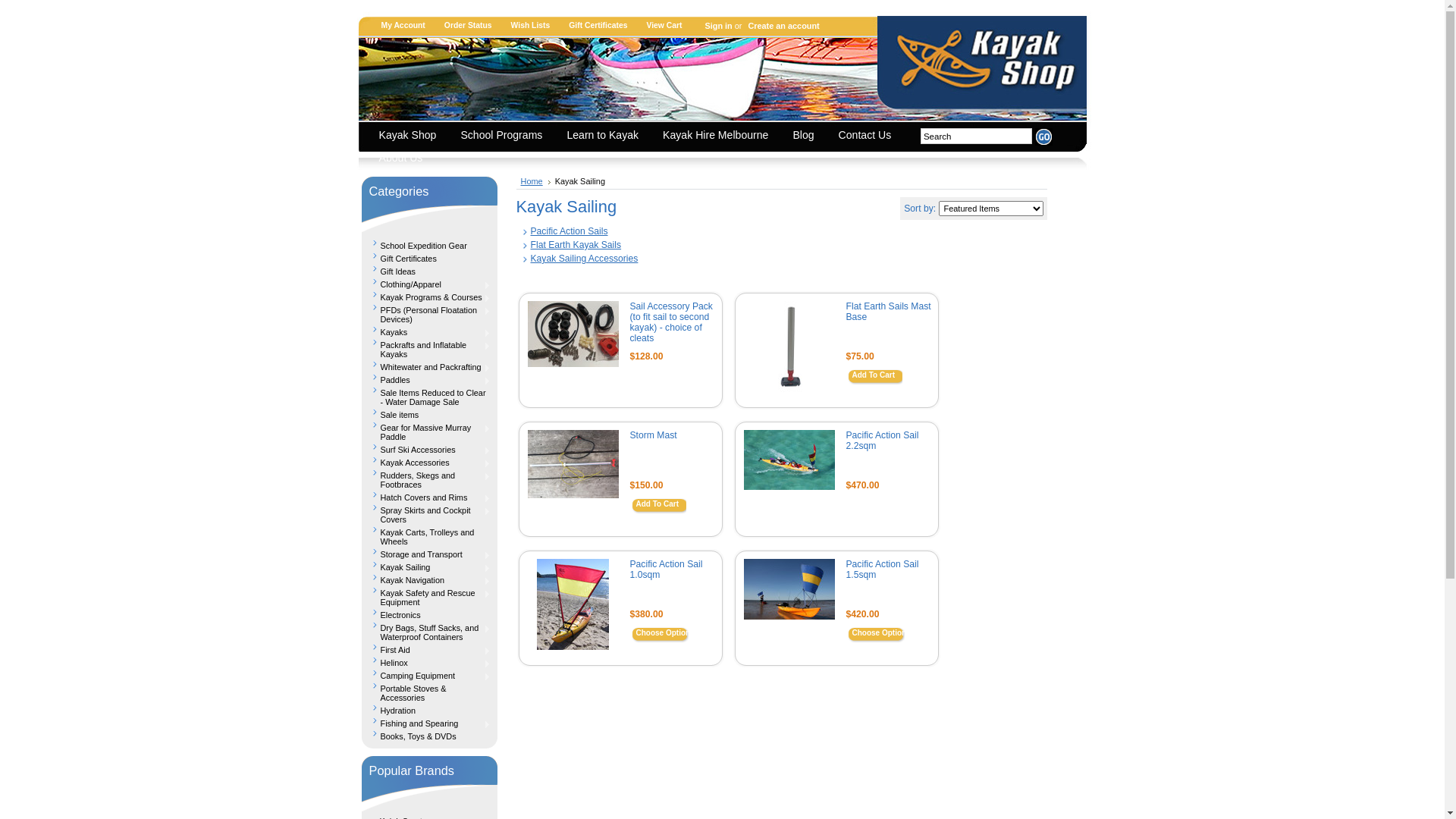  I want to click on 'Gift Certificates', so click(603, 25).